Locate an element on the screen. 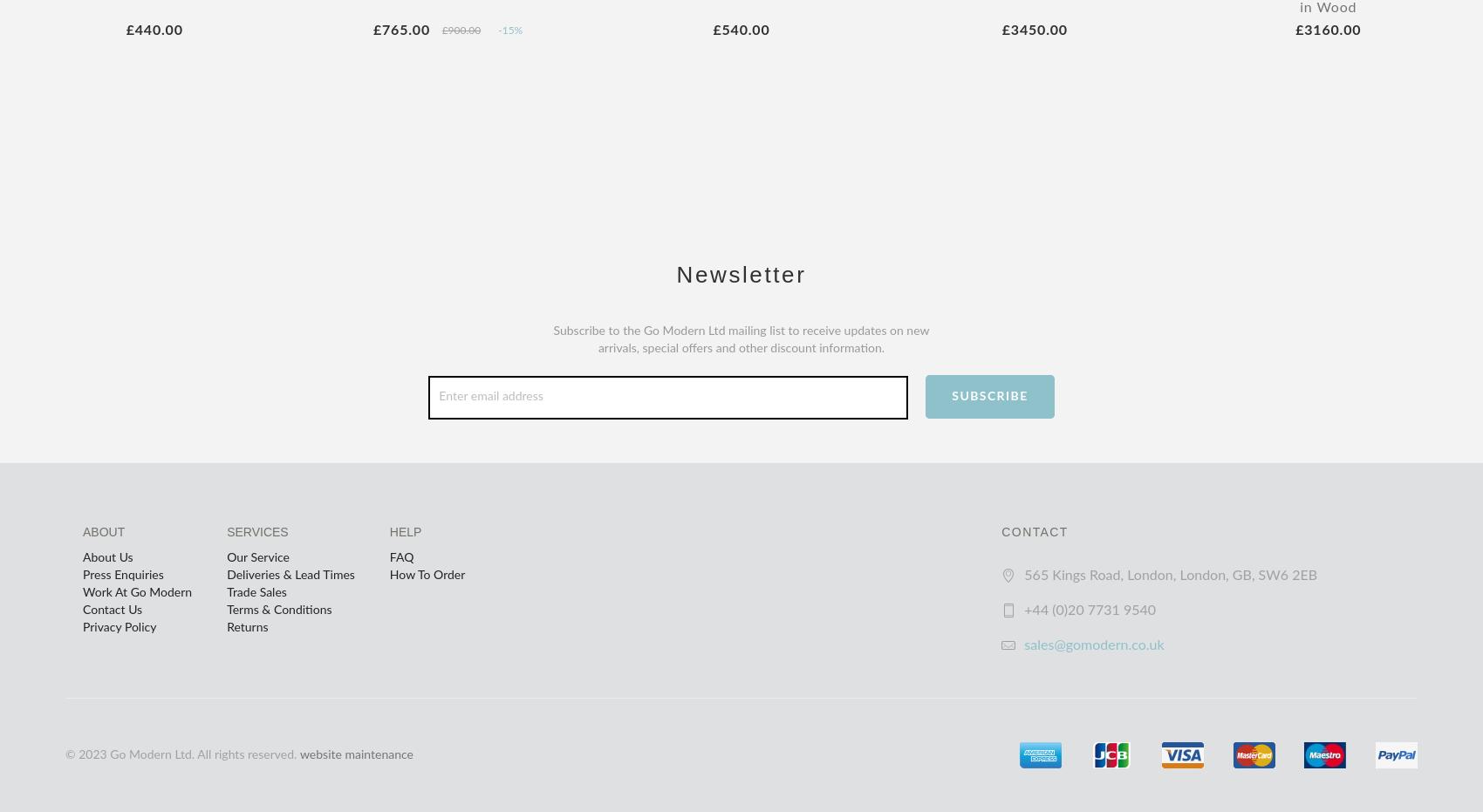 The width and height of the screenshot is (1483, 812). 'Subscribe to the Go Modern Ltd mailing list to receive updates on new arrivals, special offers and other discount information.' is located at coordinates (740, 338).